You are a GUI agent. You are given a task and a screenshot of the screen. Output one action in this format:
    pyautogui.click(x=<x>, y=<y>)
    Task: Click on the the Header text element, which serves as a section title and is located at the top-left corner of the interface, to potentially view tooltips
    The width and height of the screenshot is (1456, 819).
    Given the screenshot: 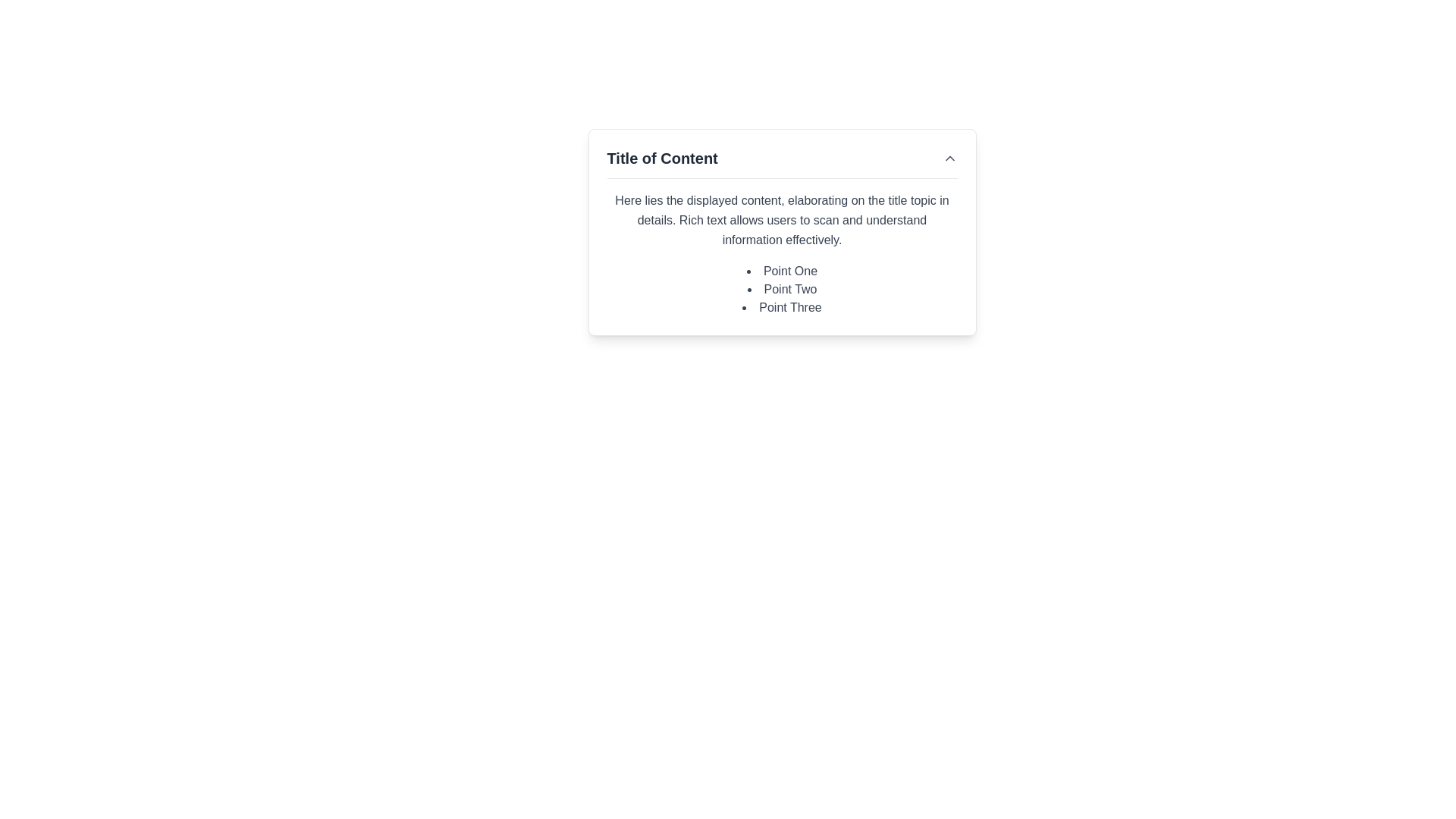 What is the action you would take?
    pyautogui.click(x=662, y=158)
    